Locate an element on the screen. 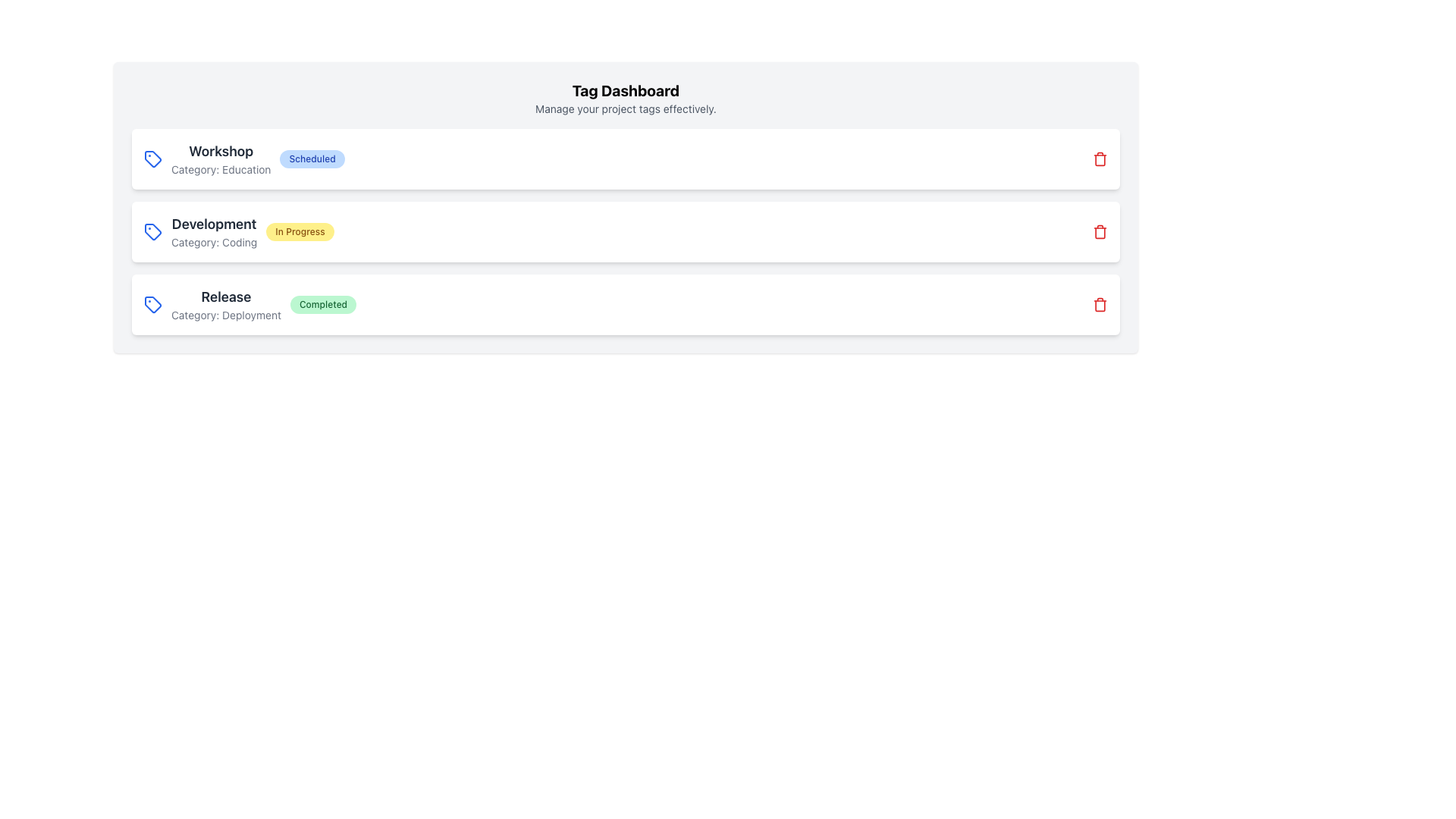  the instructional static text element located immediately below the 'Tag Dashboard' heading is located at coordinates (626, 108).